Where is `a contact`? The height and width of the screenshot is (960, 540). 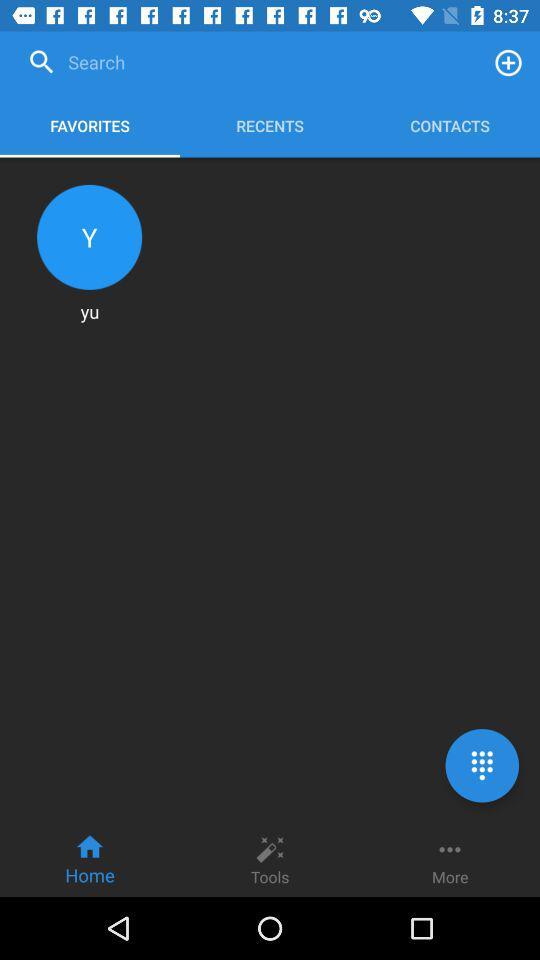 a contact is located at coordinates (508, 62).